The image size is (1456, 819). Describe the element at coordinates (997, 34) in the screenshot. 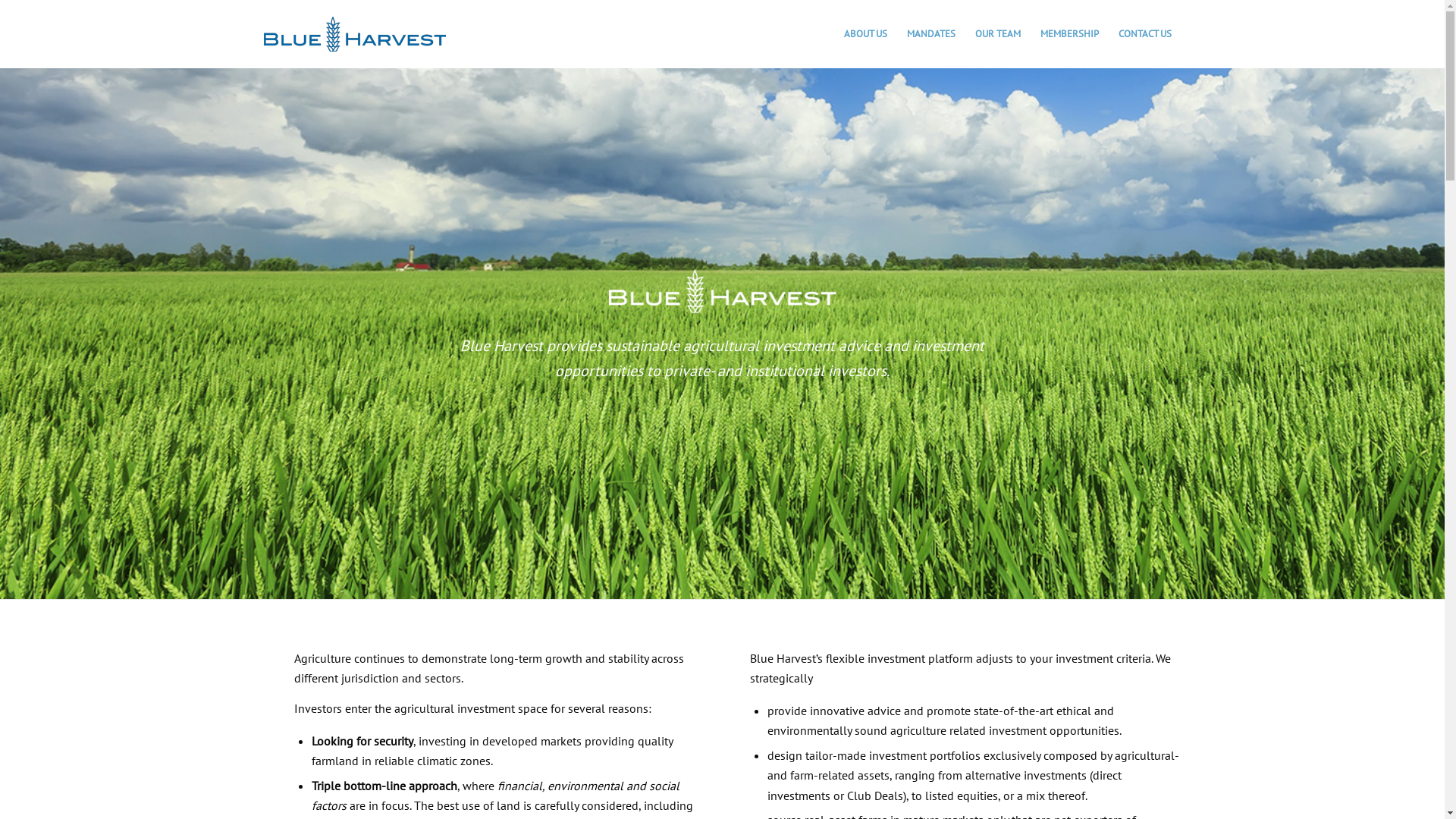

I see `'OUR TEAM'` at that location.